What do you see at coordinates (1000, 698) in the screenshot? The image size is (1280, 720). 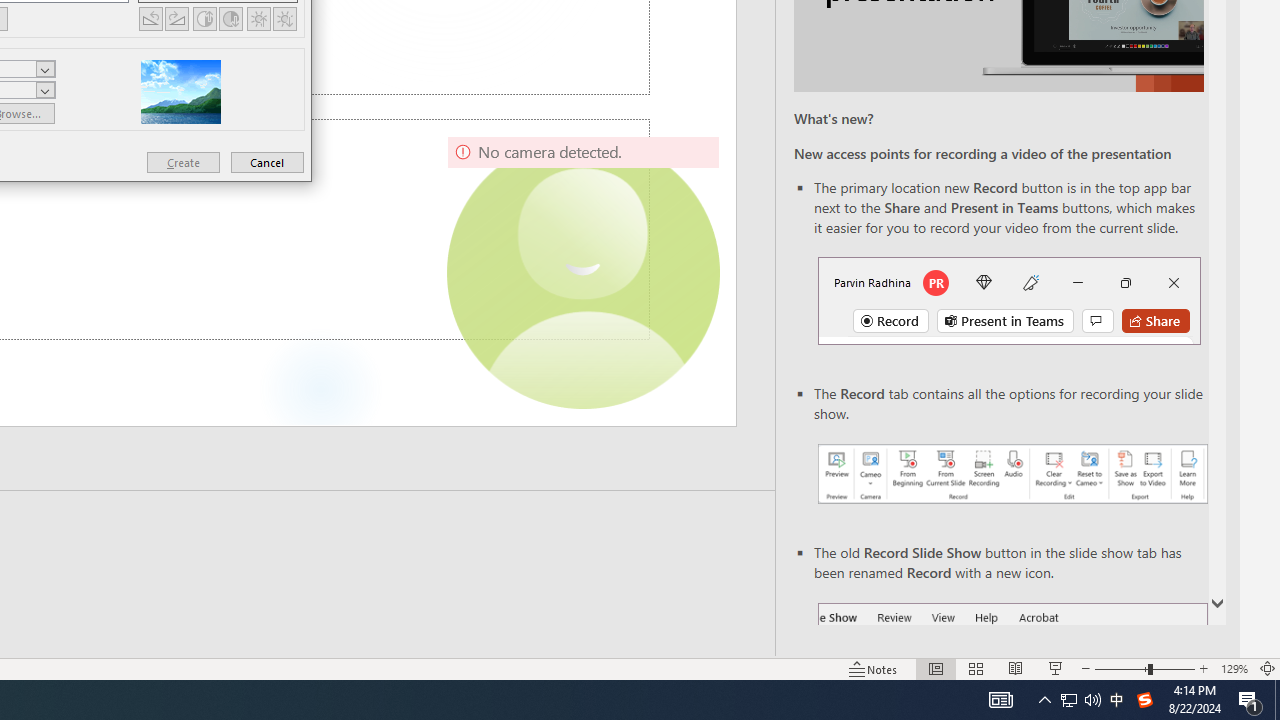 I see `'AutomationID: 4105'` at bounding box center [1000, 698].